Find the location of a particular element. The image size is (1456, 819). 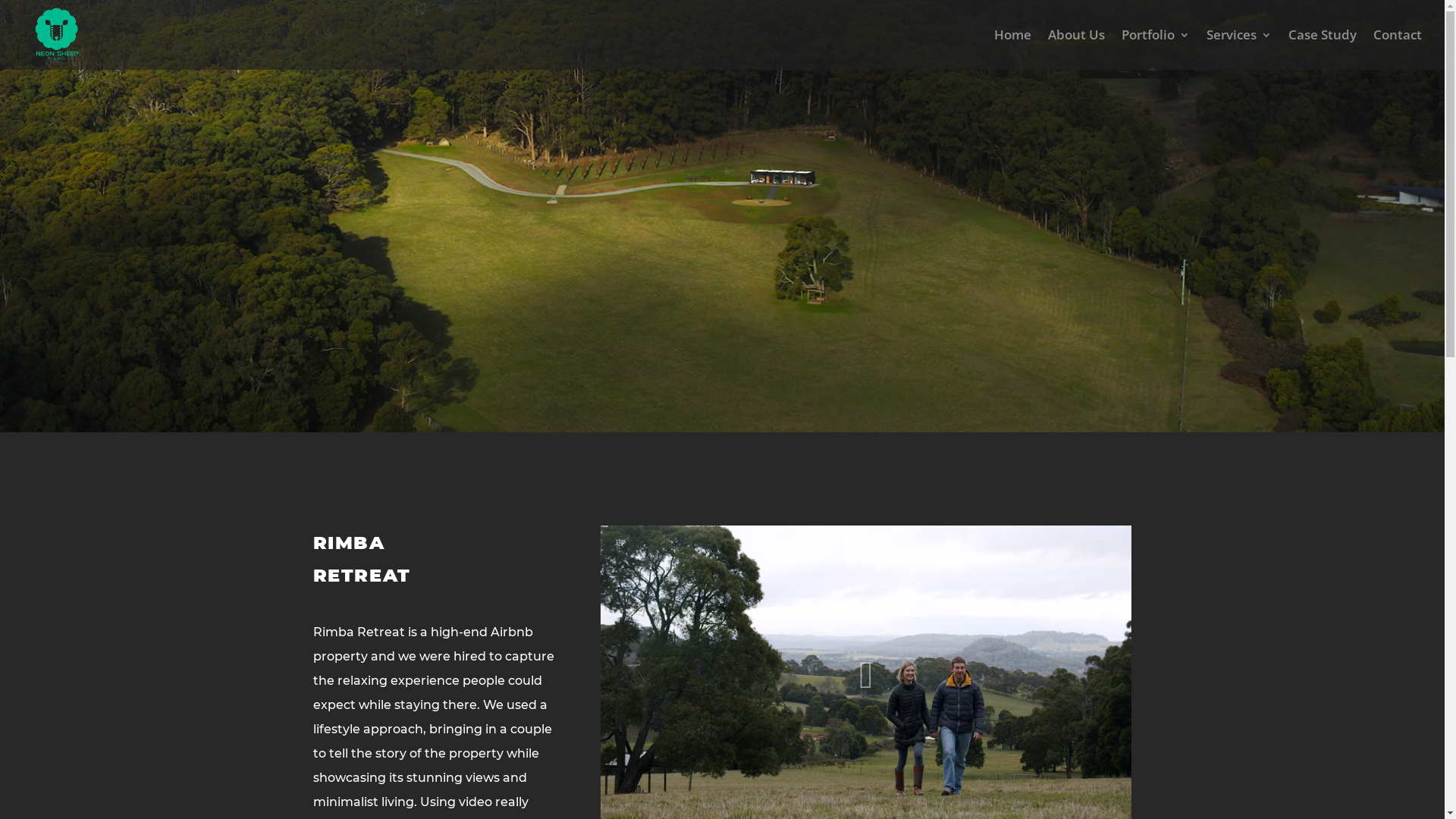

'Home' is located at coordinates (1012, 49).